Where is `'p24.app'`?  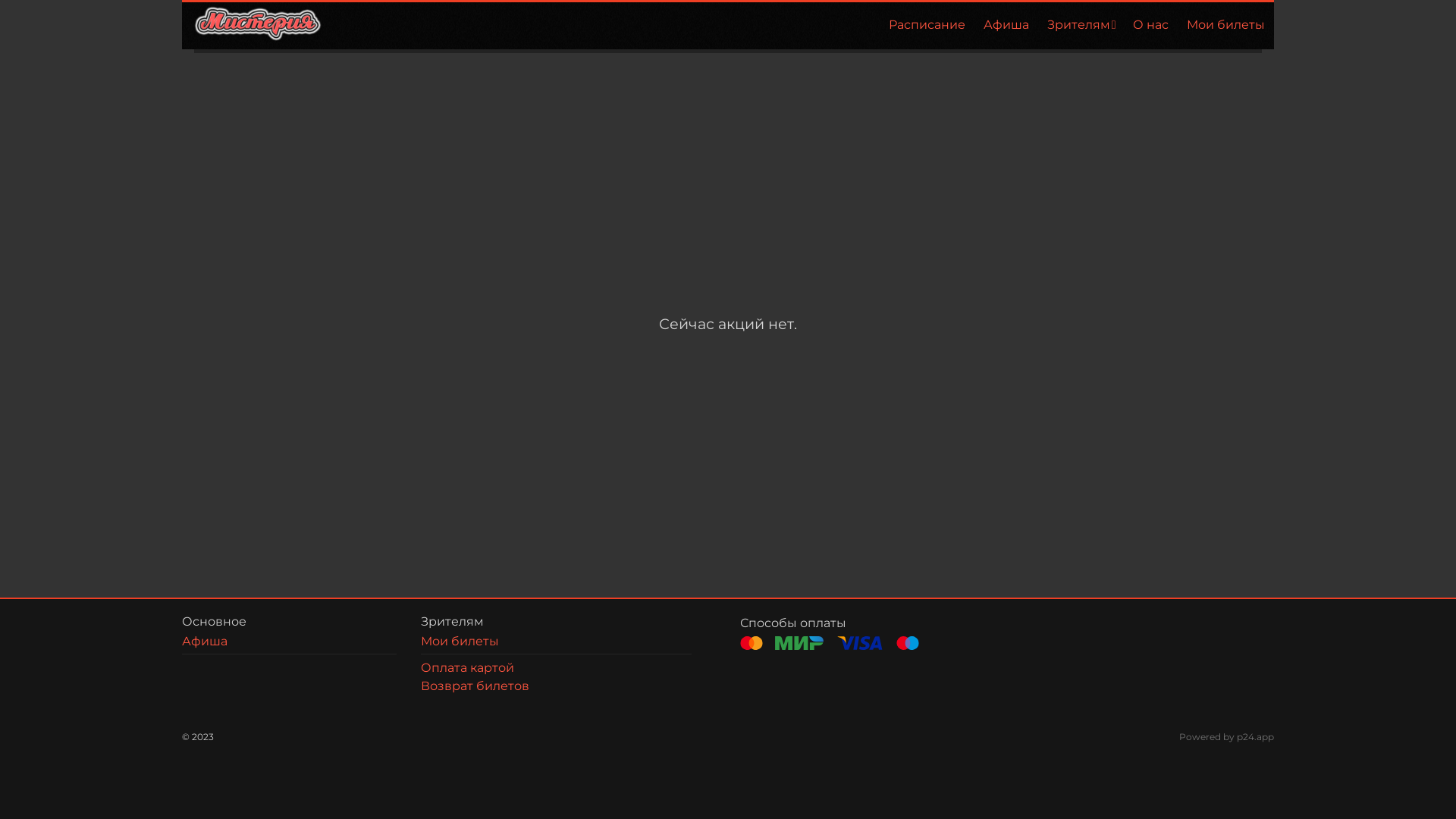 'p24.app' is located at coordinates (1255, 736).